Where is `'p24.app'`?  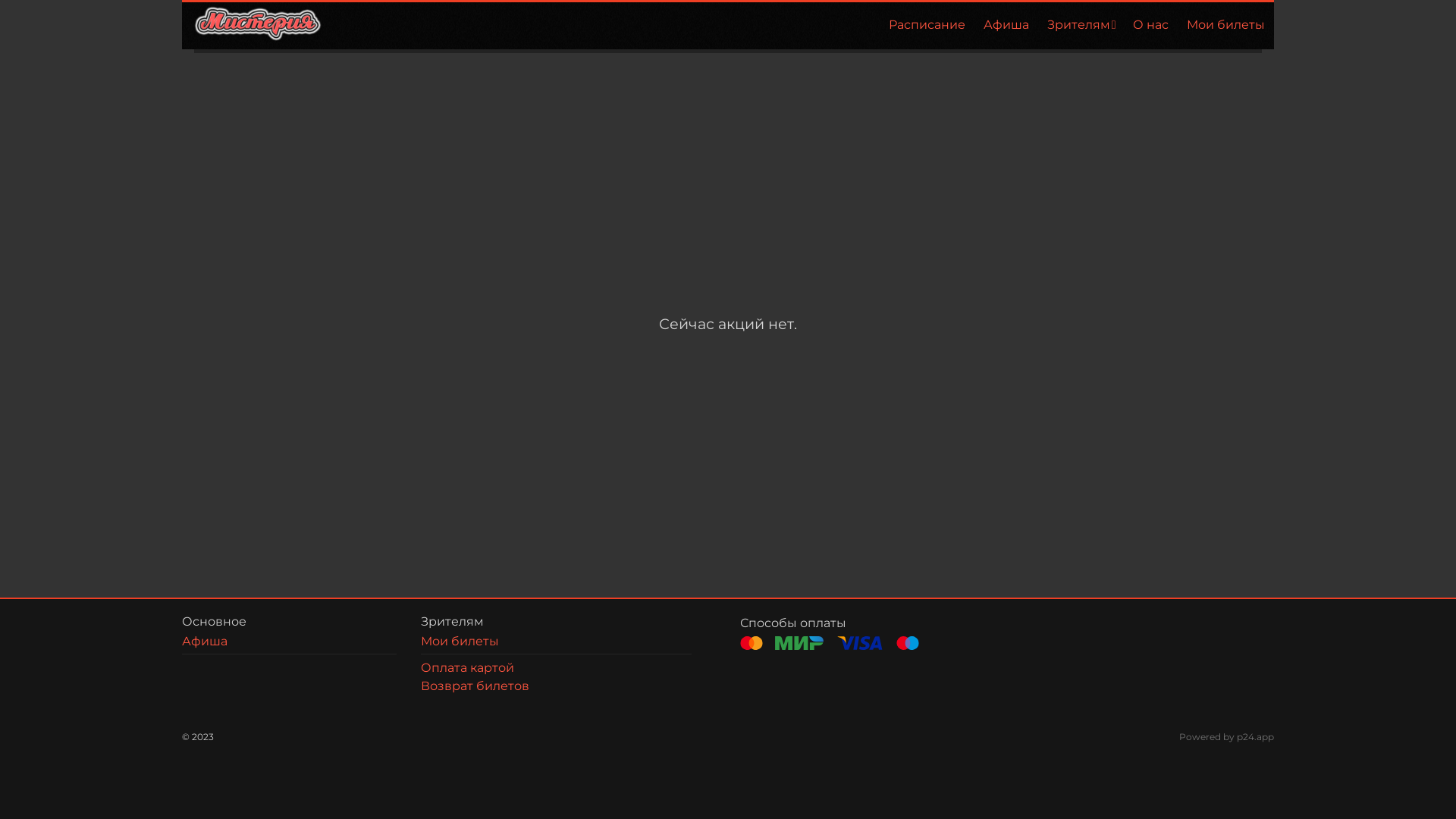 'p24.app' is located at coordinates (1255, 736).